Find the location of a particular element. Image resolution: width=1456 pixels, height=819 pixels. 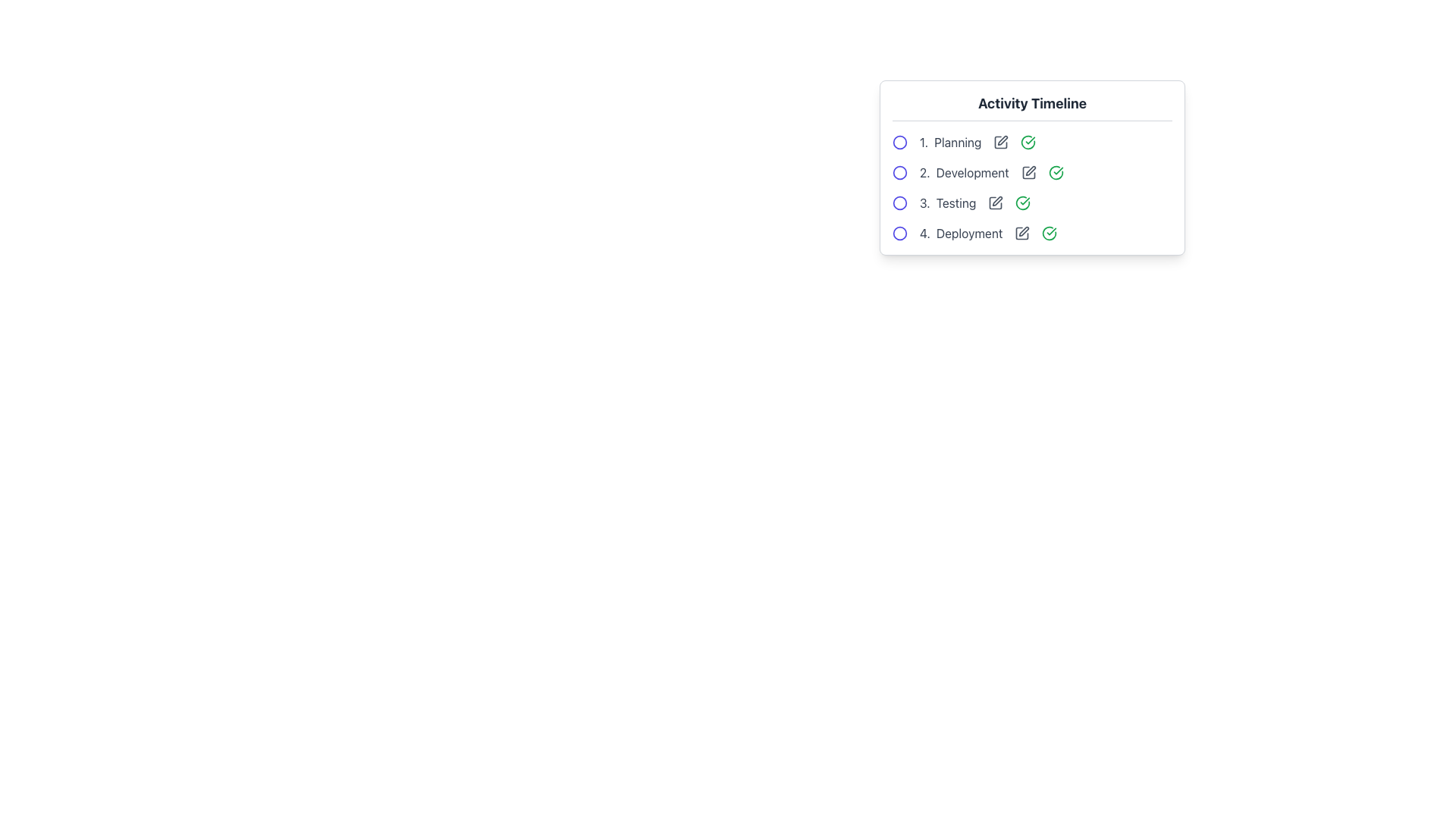

the completion icon for the '1. Planning' task, which is the third element after the blue circular icon and the text '1. Planning' in the Activity Timeline section is located at coordinates (1028, 143).